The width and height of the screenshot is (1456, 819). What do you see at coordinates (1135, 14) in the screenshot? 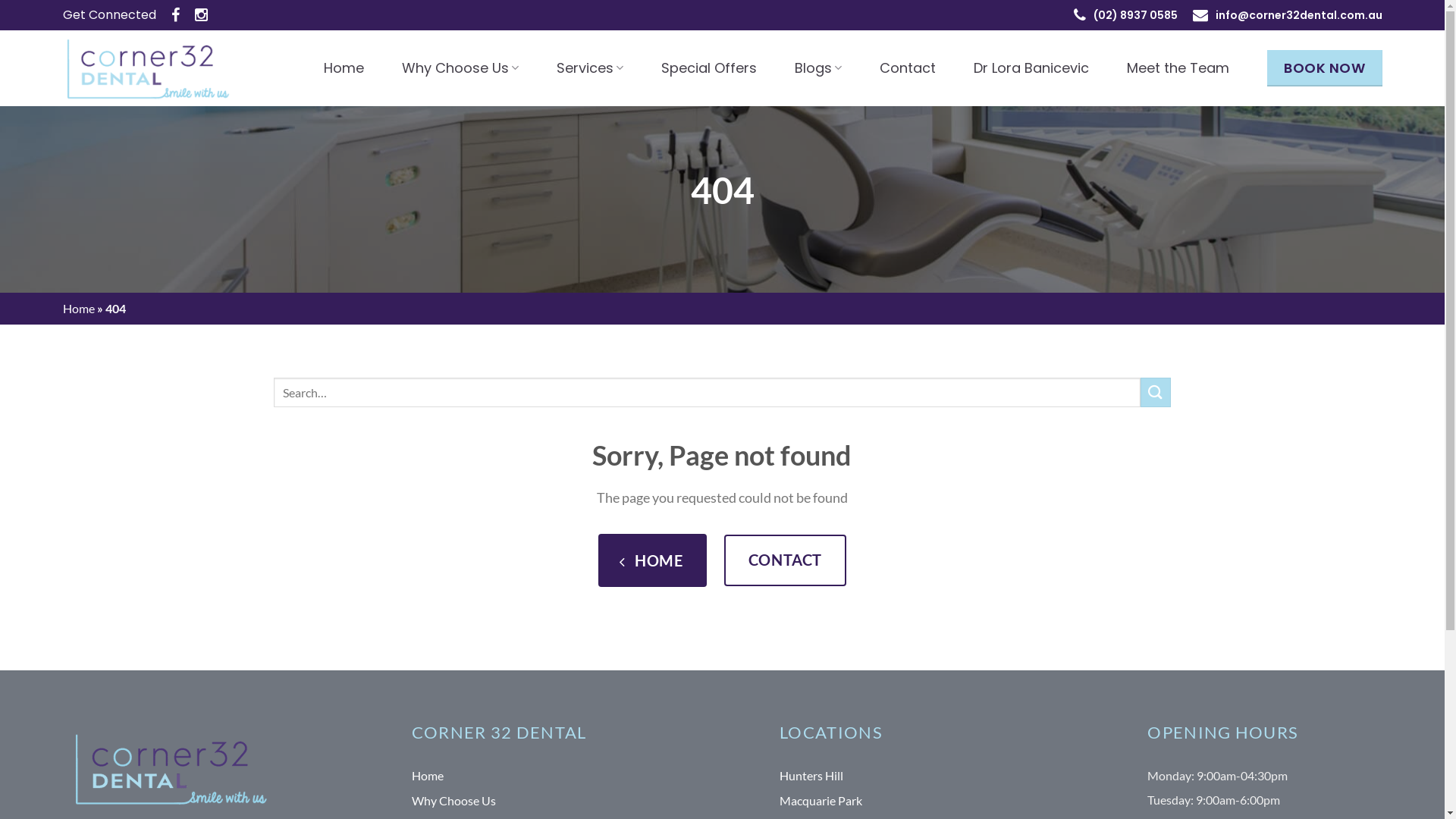
I see `'(02) 8937 0585'` at bounding box center [1135, 14].